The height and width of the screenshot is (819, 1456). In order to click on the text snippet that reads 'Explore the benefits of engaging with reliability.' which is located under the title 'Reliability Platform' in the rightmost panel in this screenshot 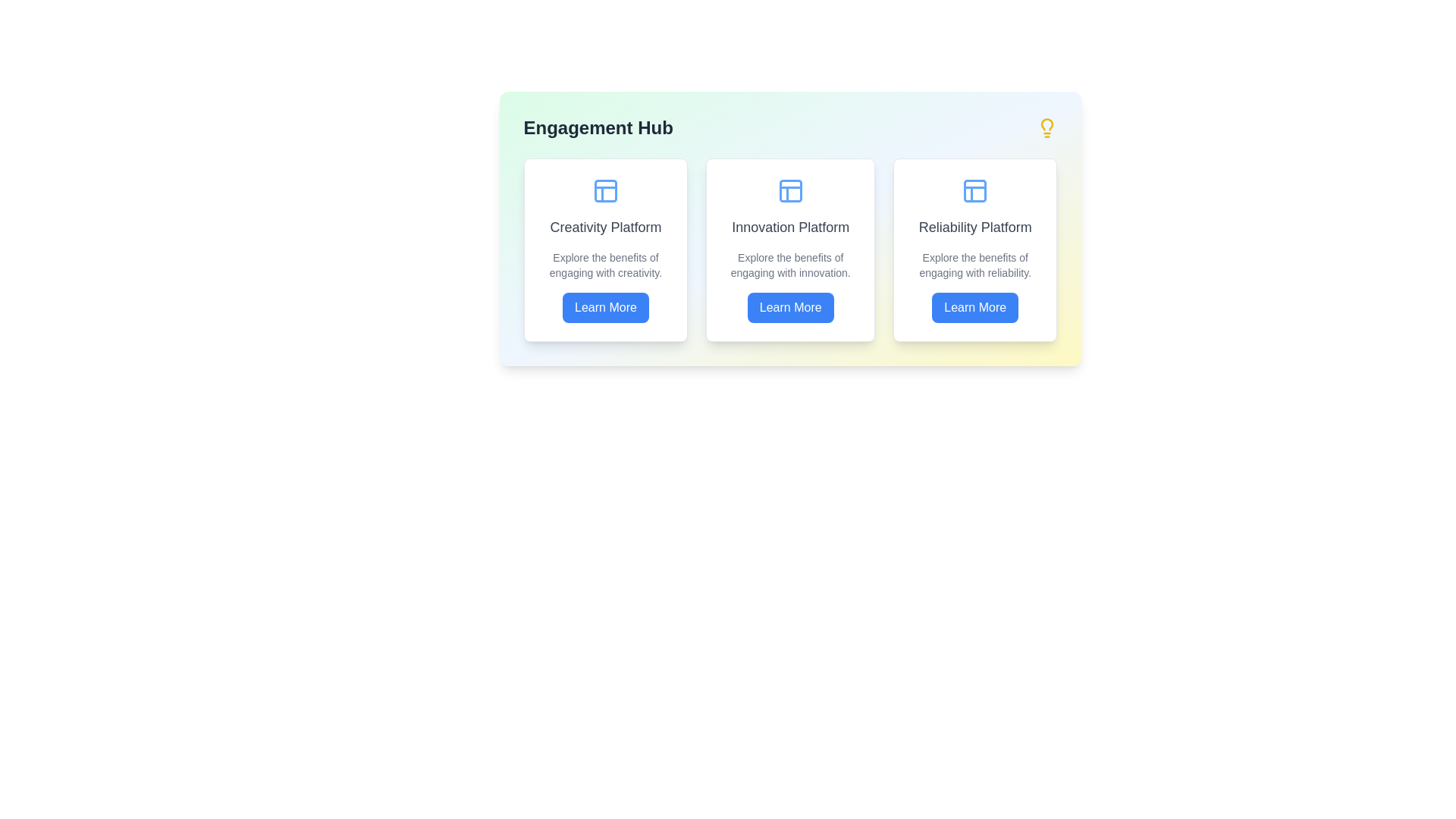, I will do `click(975, 265)`.